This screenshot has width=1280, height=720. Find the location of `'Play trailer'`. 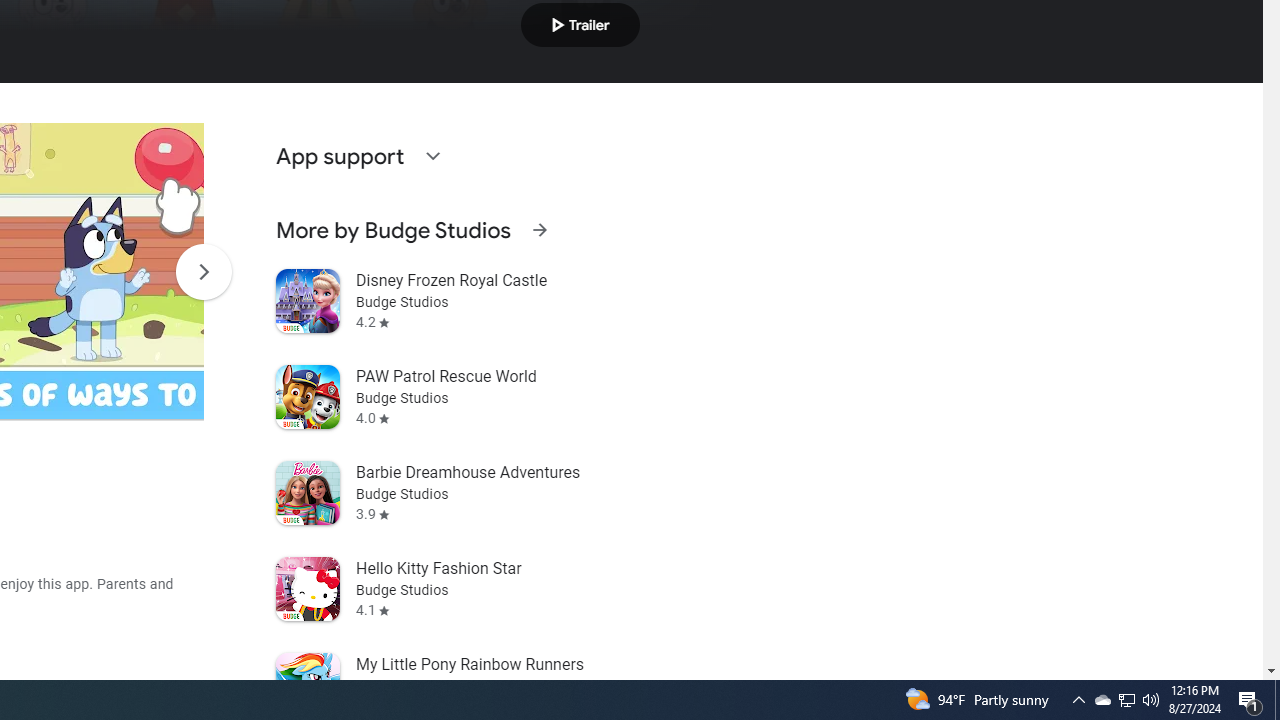

'Play trailer' is located at coordinates (579, 24).